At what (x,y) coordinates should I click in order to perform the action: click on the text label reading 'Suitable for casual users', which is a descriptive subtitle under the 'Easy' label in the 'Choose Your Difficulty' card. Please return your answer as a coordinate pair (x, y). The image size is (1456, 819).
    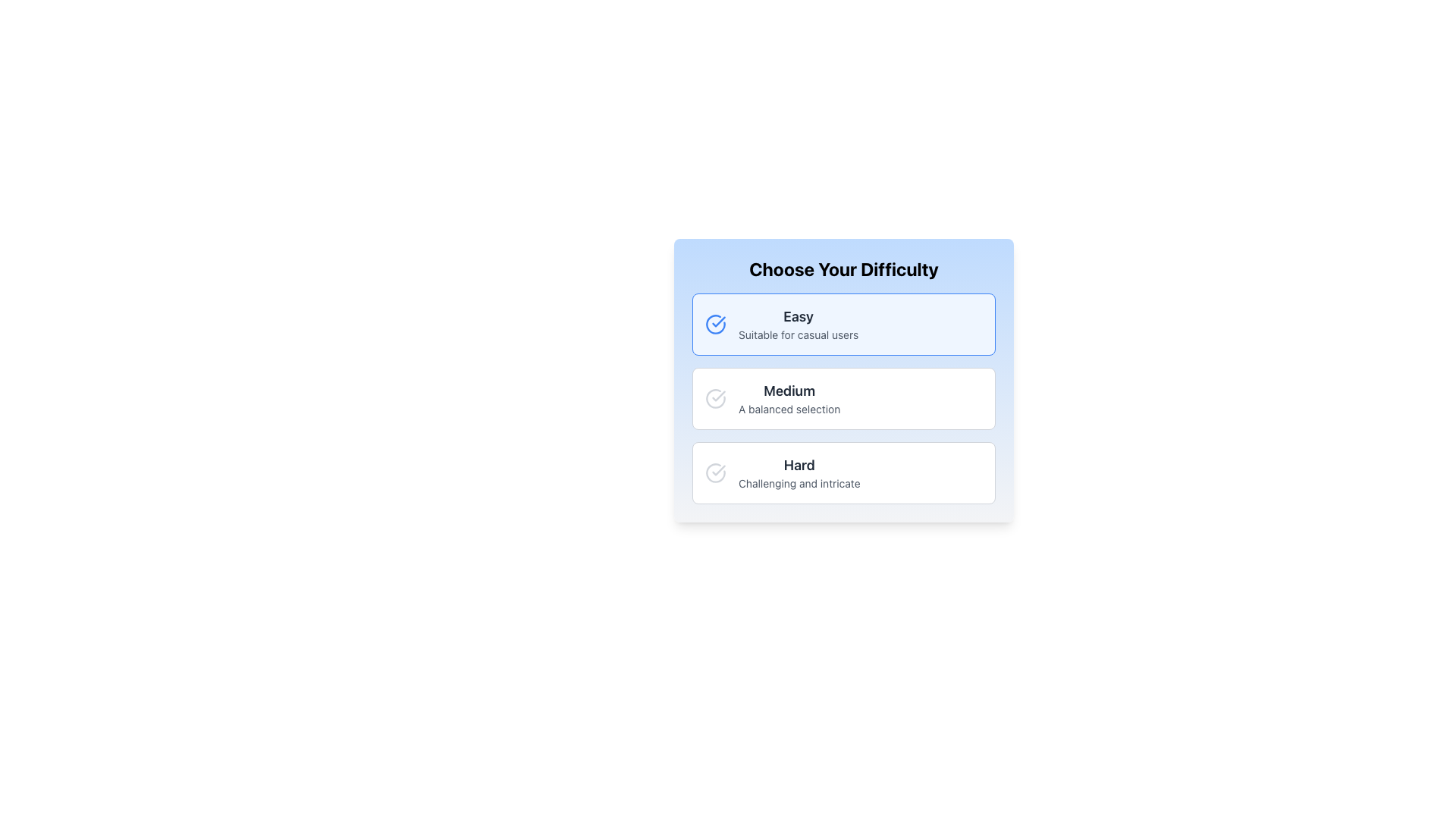
    Looking at the image, I should click on (798, 334).